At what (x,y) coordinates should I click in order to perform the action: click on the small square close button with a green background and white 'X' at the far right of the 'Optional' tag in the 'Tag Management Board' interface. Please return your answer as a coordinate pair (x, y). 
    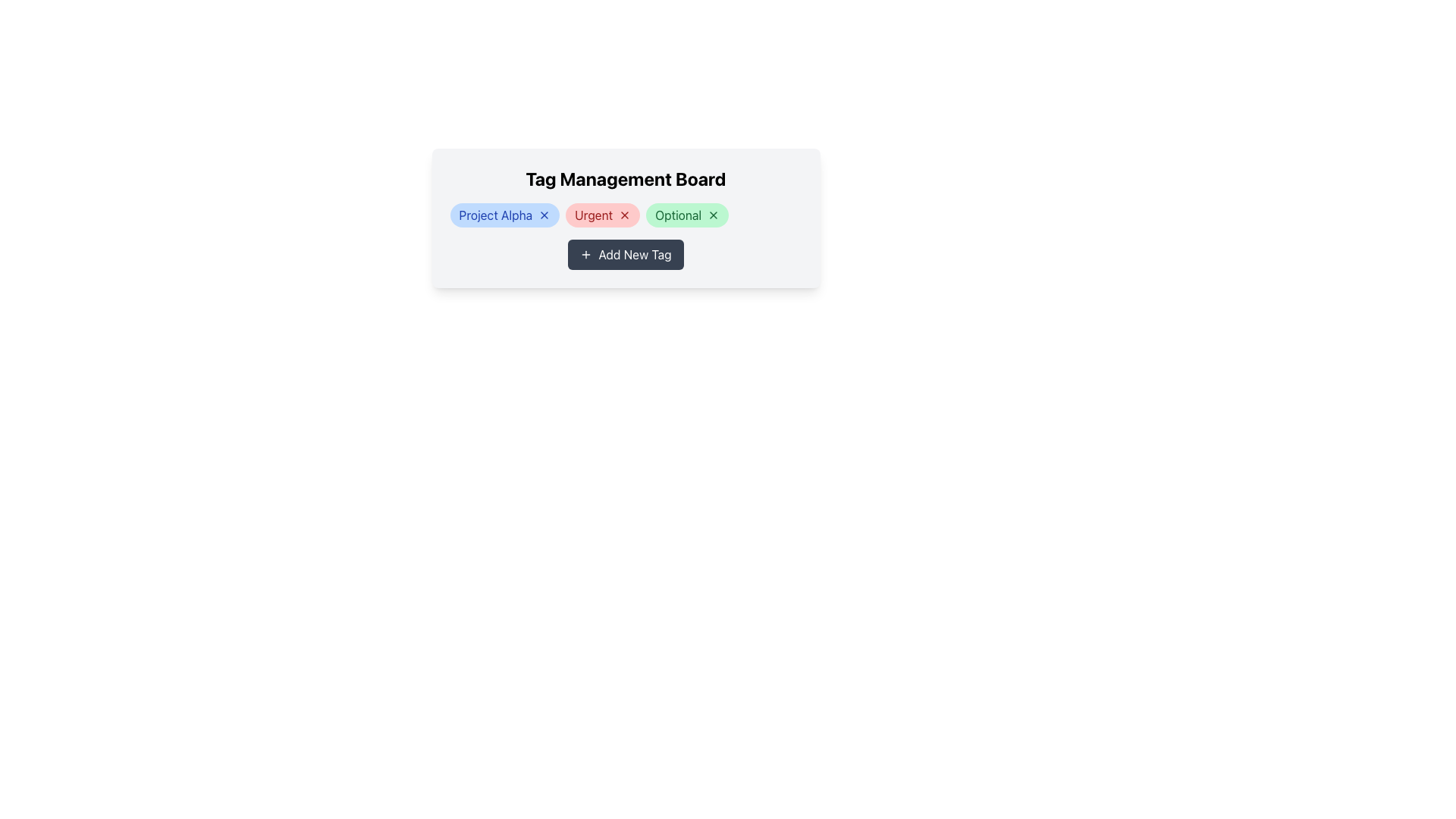
    Looking at the image, I should click on (713, 215).